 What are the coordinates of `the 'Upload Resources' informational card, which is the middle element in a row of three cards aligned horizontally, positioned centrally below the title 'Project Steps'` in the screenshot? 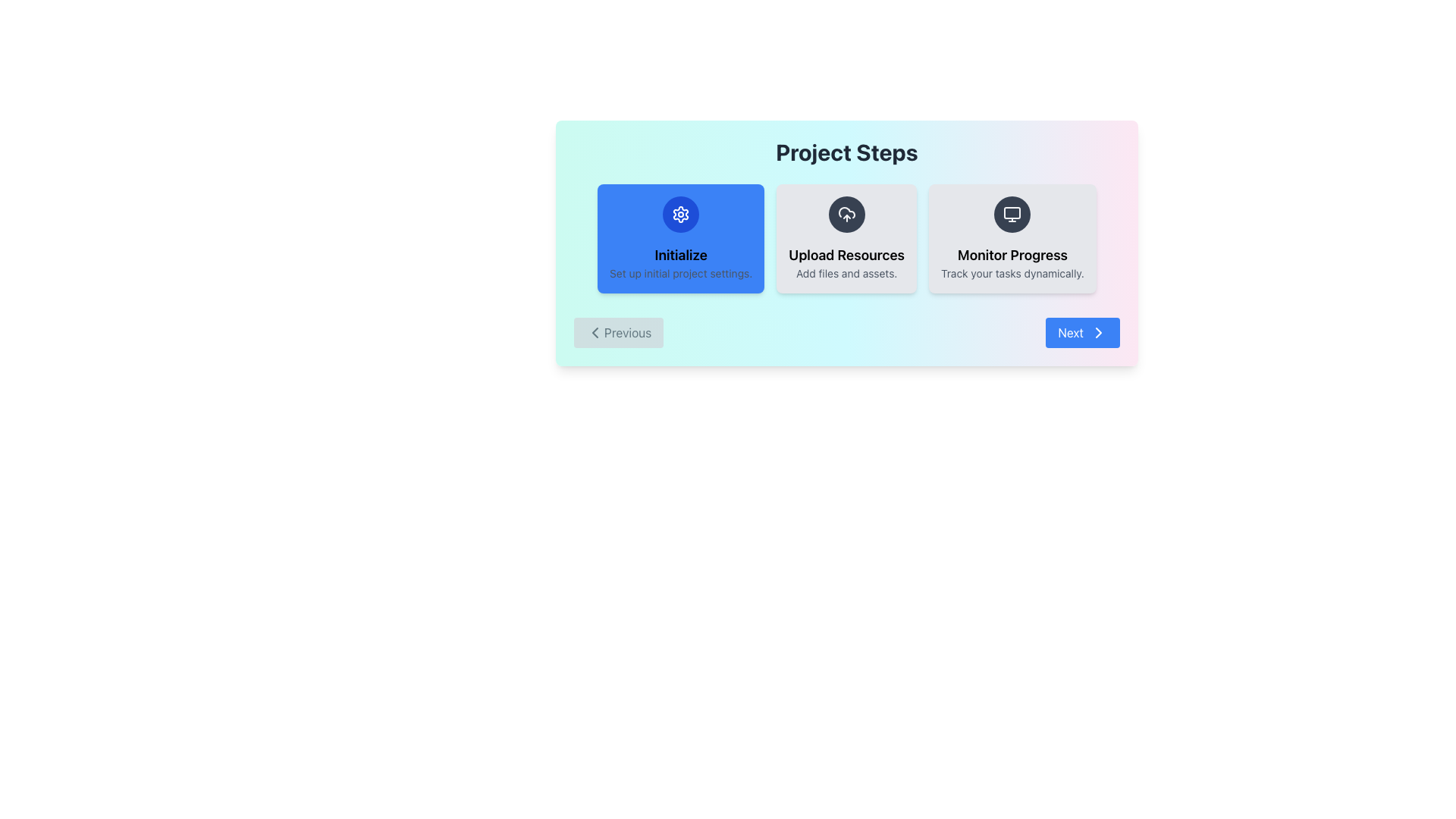 It's located at (846, 239).